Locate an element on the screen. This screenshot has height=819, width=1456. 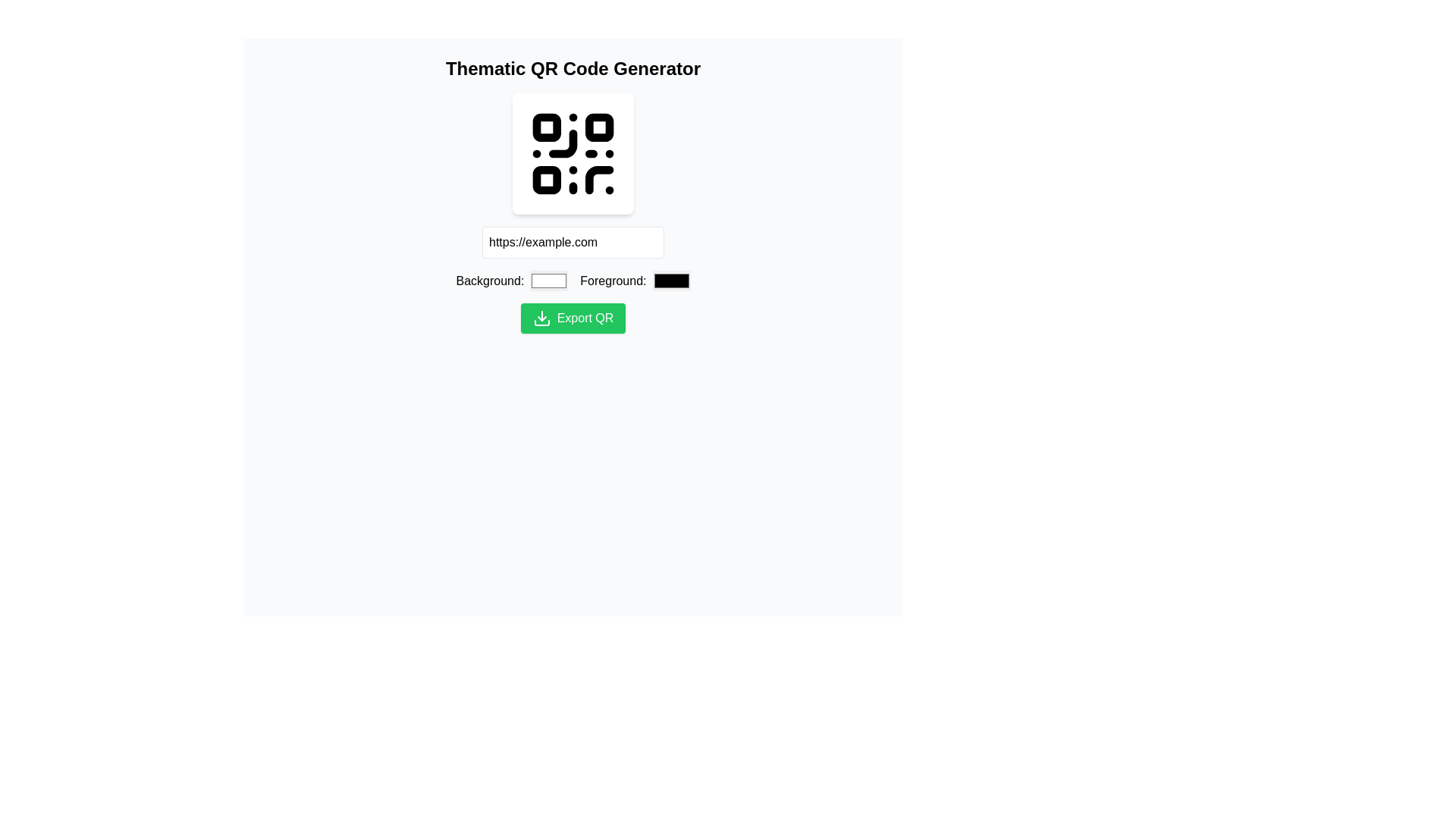
the Color input field for the QR code background color selection is located at coordinates (548, 281).